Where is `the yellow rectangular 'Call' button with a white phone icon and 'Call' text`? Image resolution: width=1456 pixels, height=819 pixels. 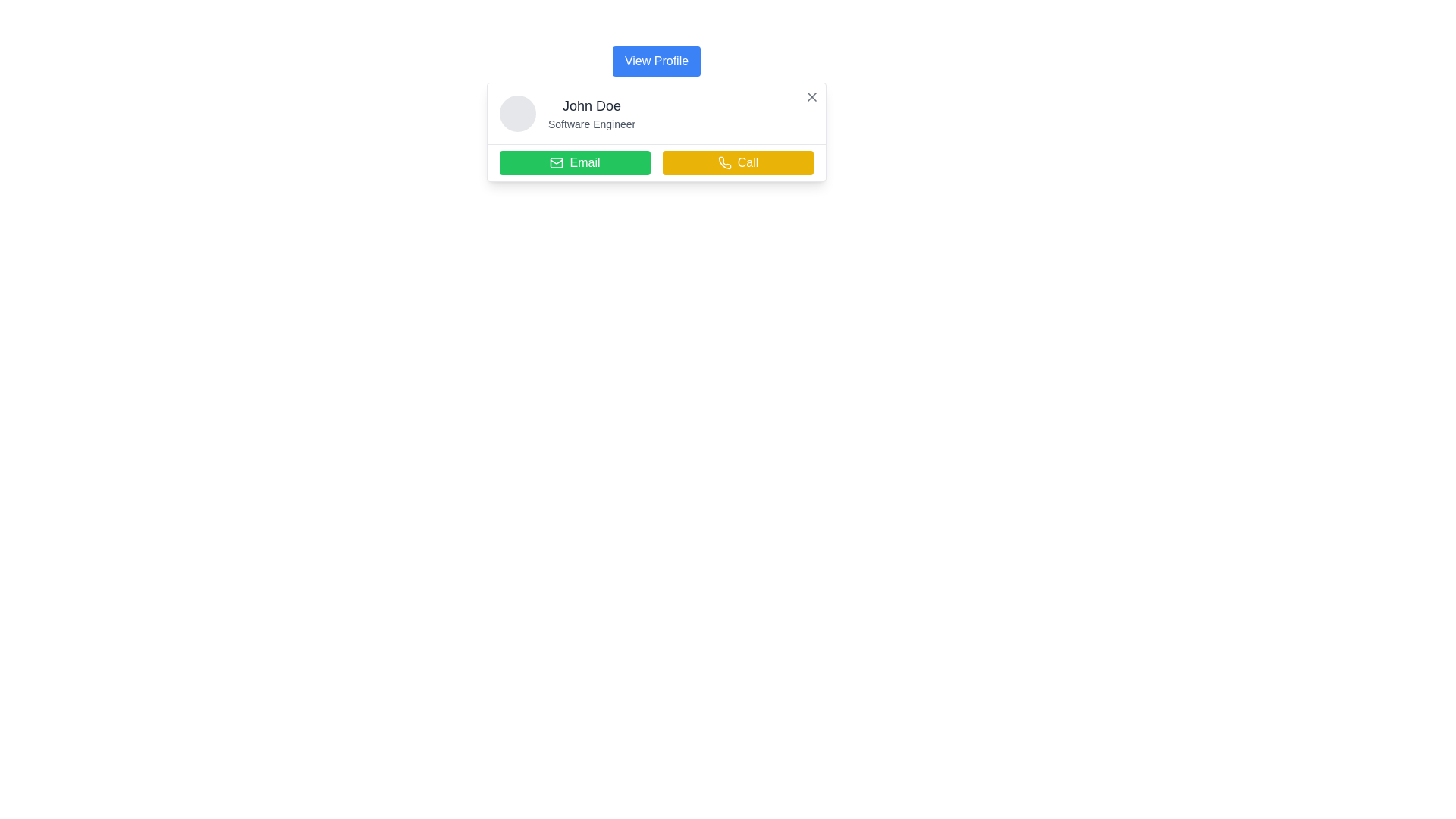
the yellow rectangular 'Call' button with a white phone icon and 'Call' text is located at coordinates (738, 163).